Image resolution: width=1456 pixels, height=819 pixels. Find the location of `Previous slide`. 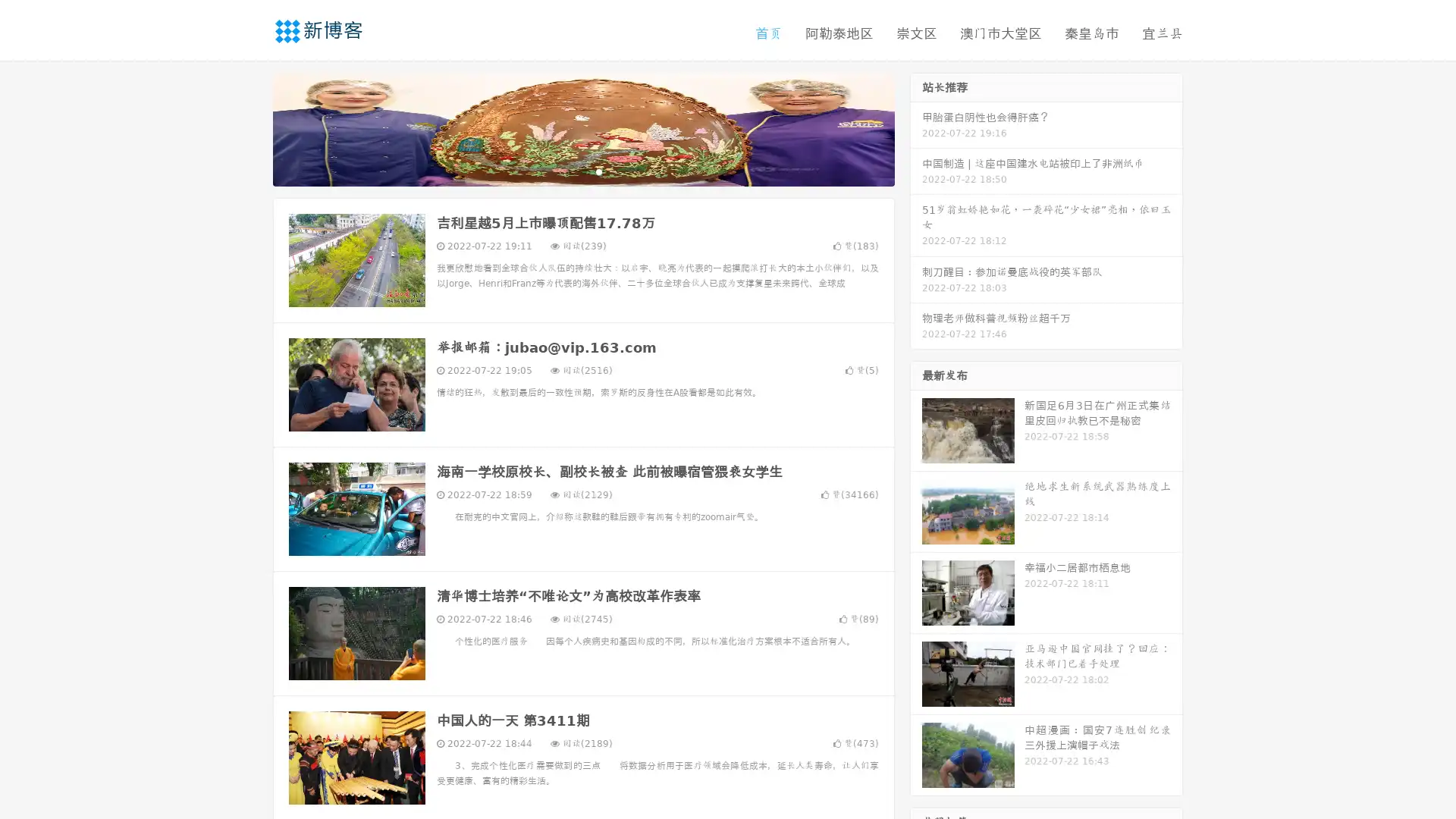

Previous slide is located at coordinates (250, 127).